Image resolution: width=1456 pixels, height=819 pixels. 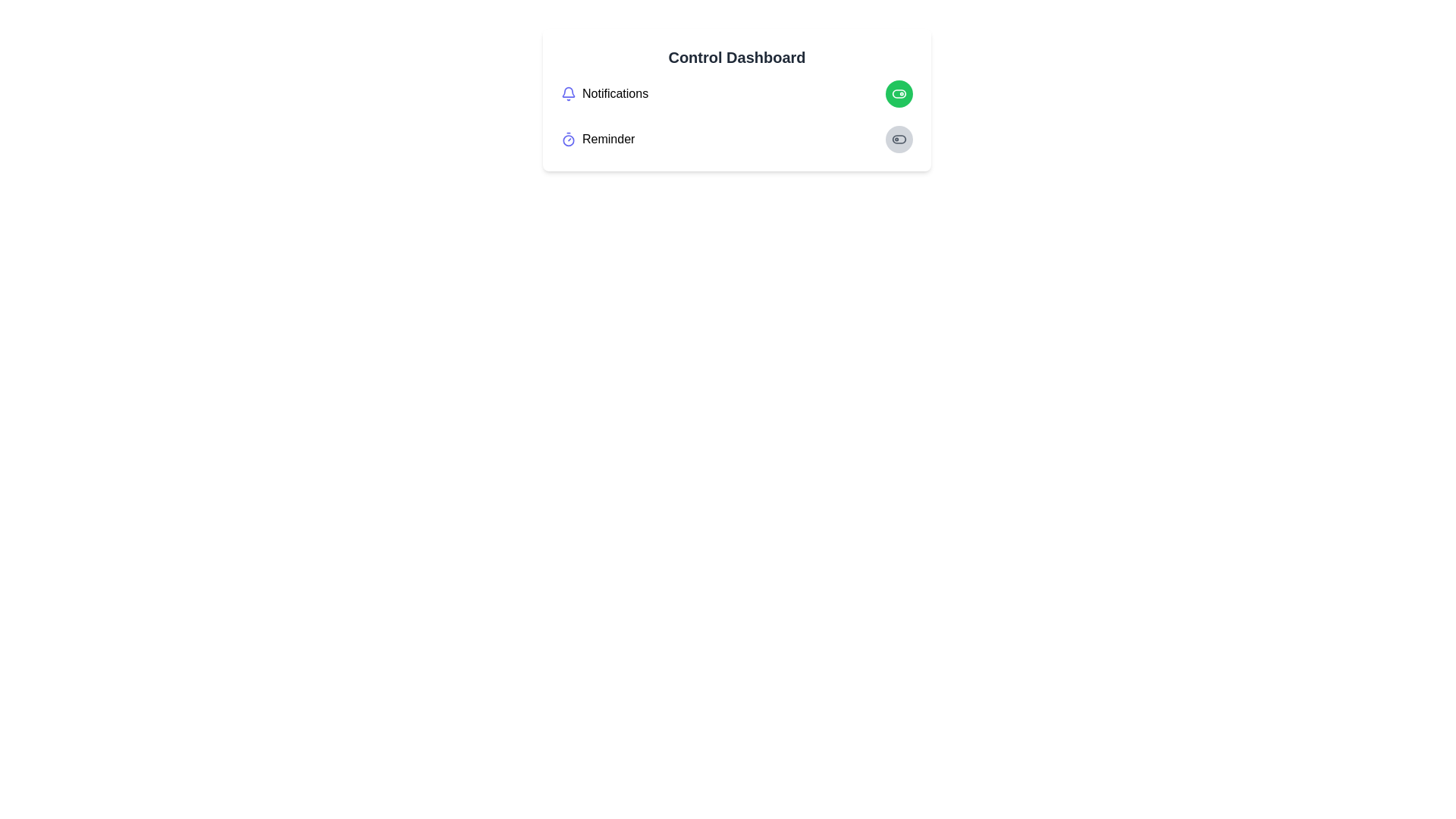 What do you see at coordinates (899, 140) in the screenshot?
I see `the toggle switch in the 'Control Dashboard' interface, which is a circular button with a toggle icon` at bounding box center [899, 140].